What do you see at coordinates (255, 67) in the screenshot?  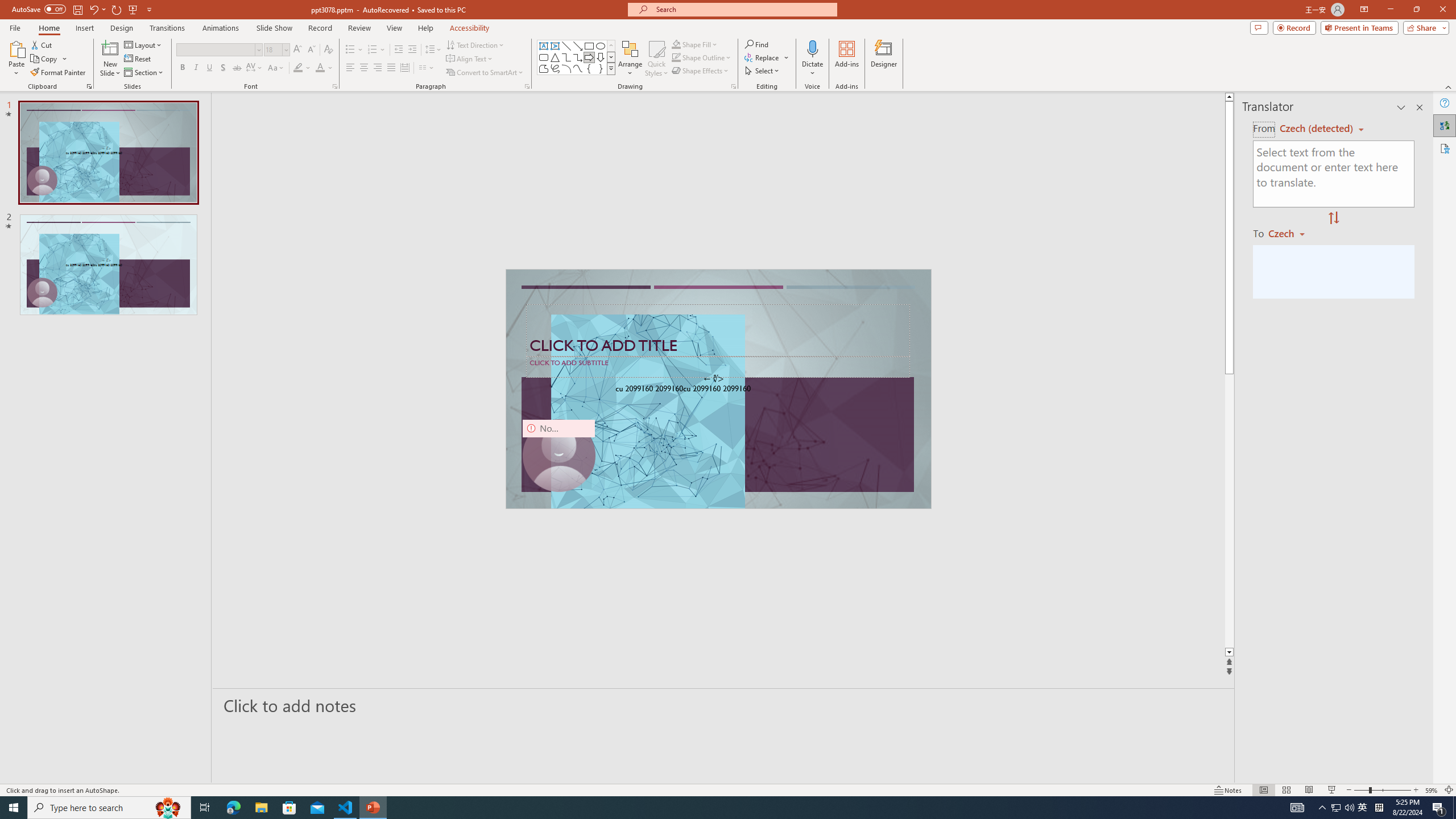 I see `'Character Spacing'` at bounding box center [255, 67].